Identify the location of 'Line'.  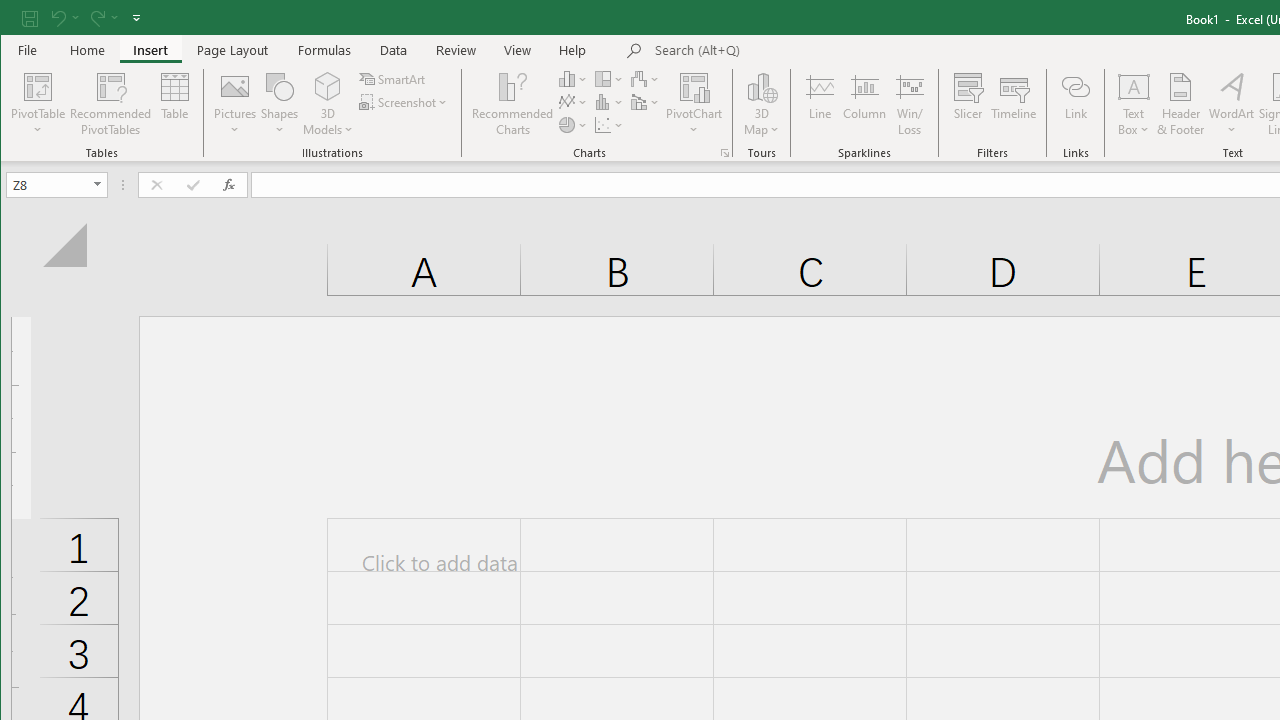
(819, 104).